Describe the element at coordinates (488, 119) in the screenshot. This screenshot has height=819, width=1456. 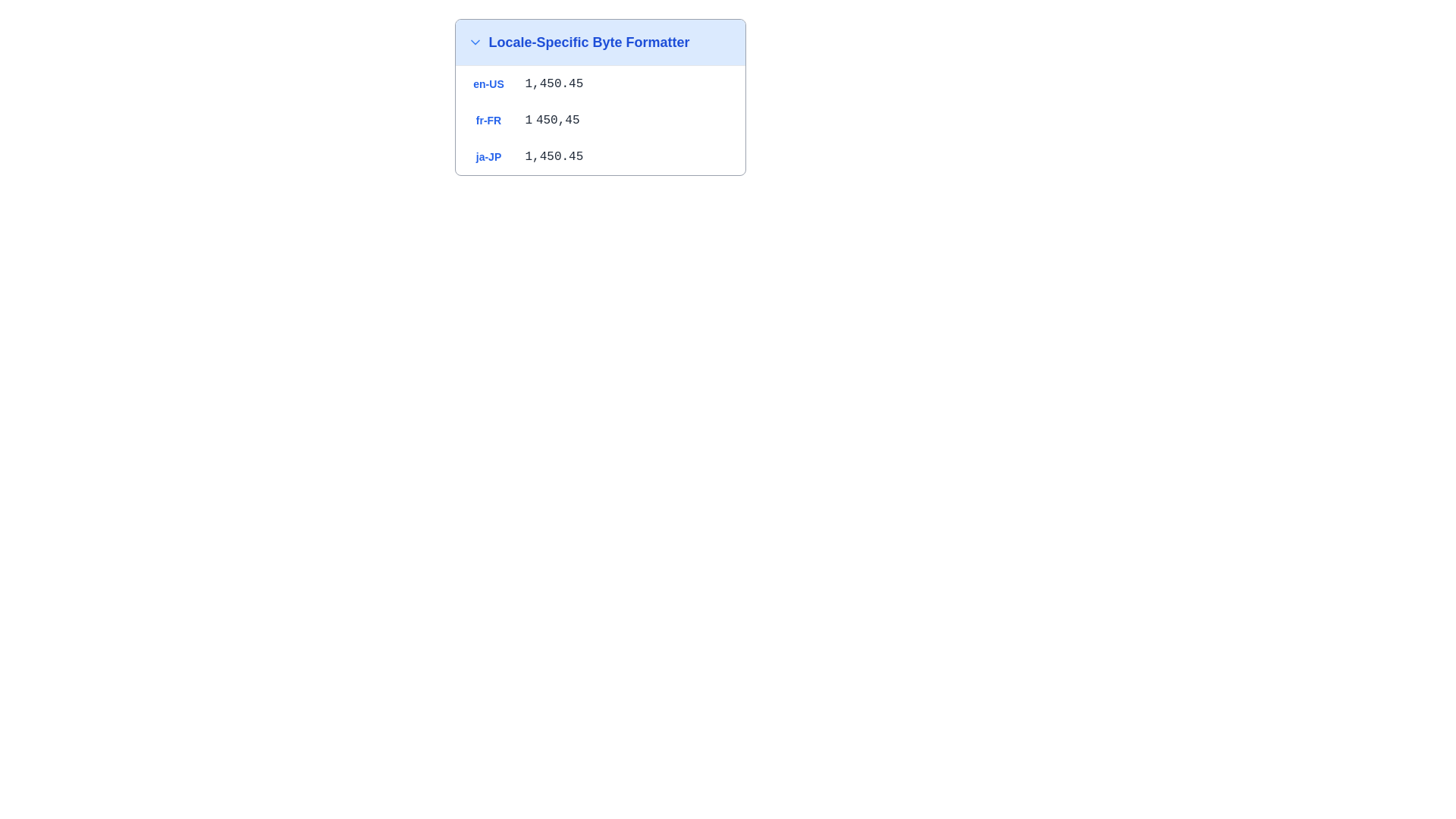
I see `the static text displaying the locale identifier for the French language and region, located in the second row under 'Locale-Specific Byte Formatter', to the left of '1 450,45'` at that location.